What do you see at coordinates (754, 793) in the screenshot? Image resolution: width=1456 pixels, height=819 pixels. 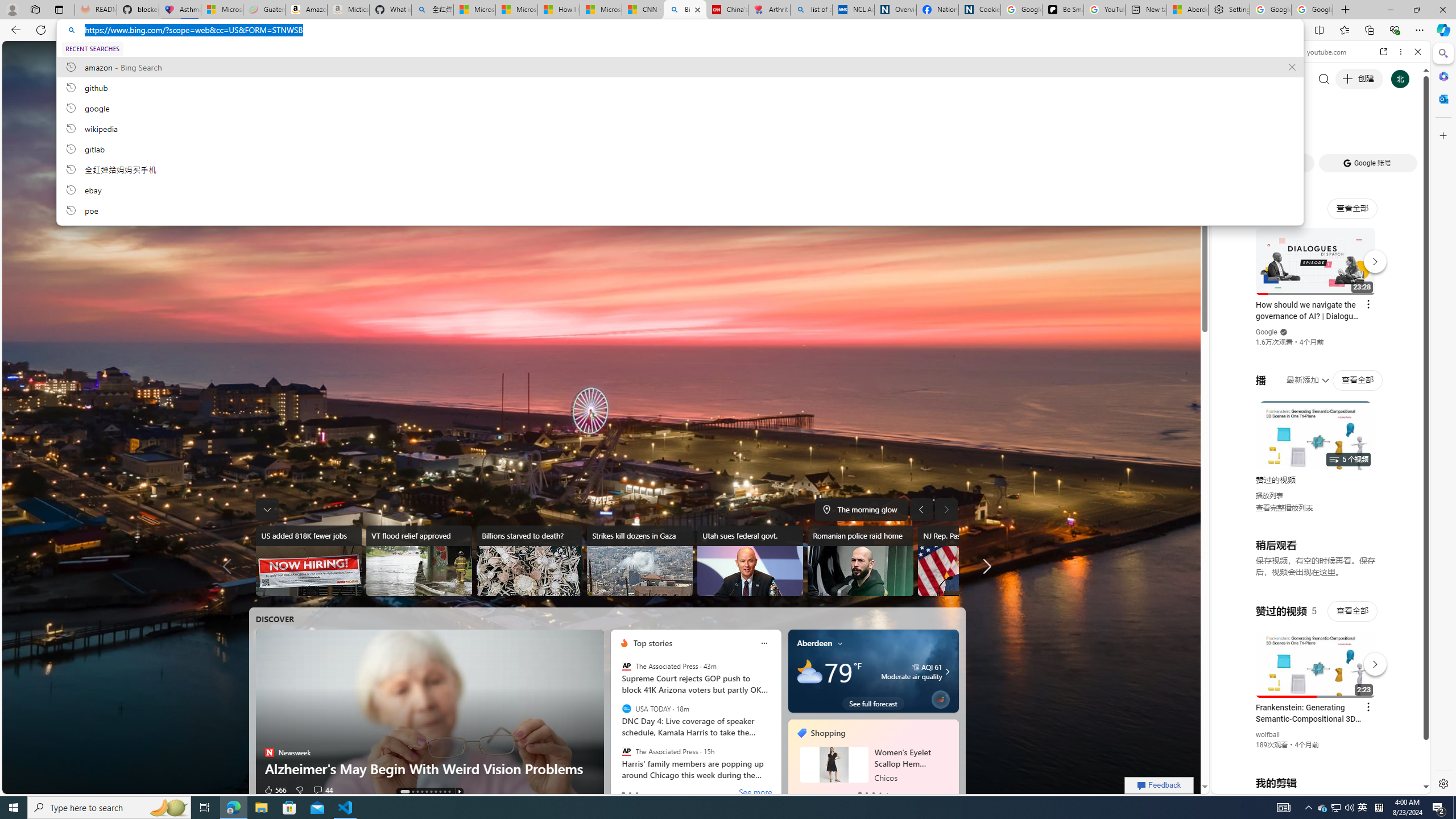 I see `'See more'` at bounding box center [754, 793].